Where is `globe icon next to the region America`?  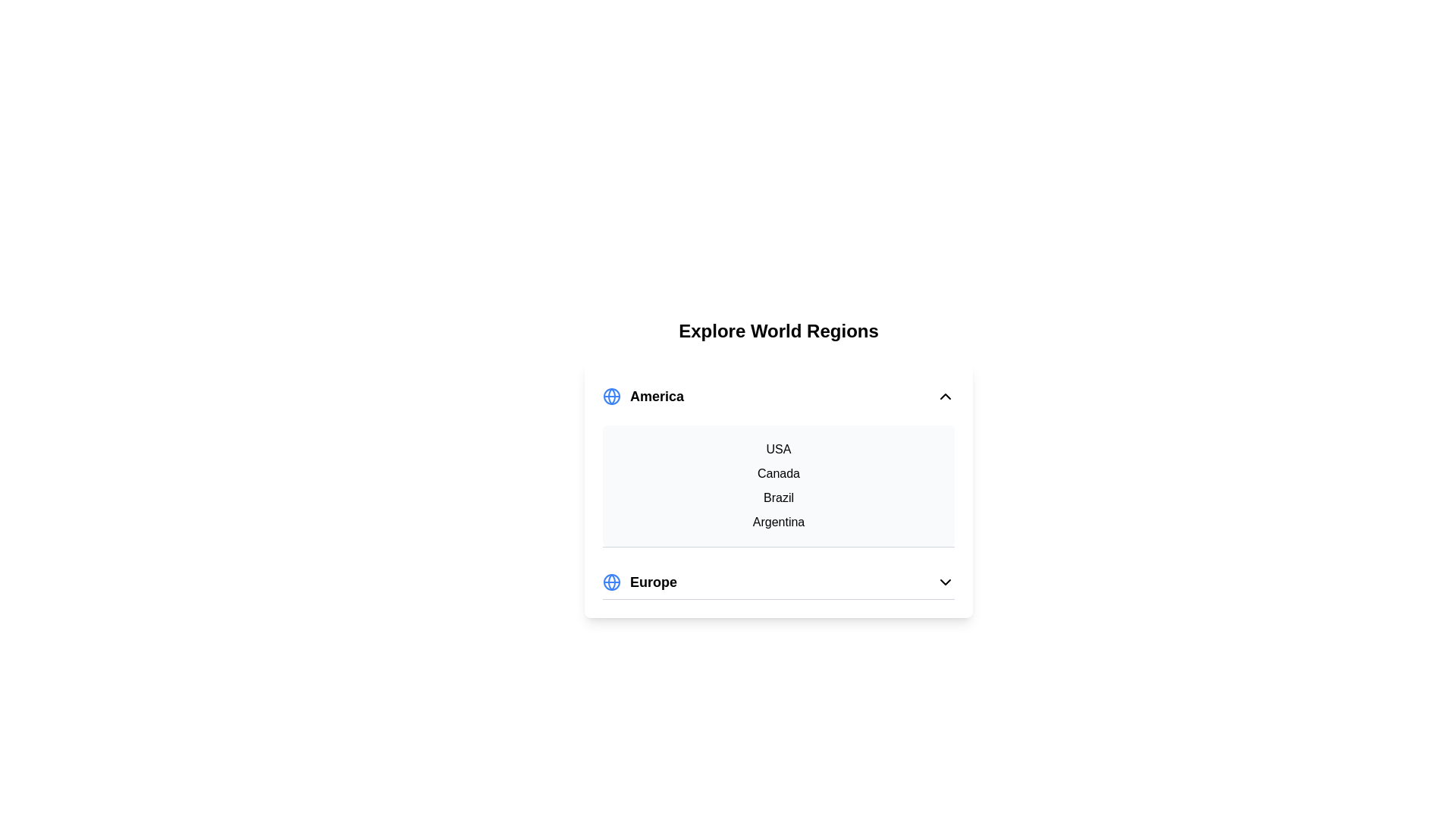 globe icon next to the region America is located at coordinates (611, 396).